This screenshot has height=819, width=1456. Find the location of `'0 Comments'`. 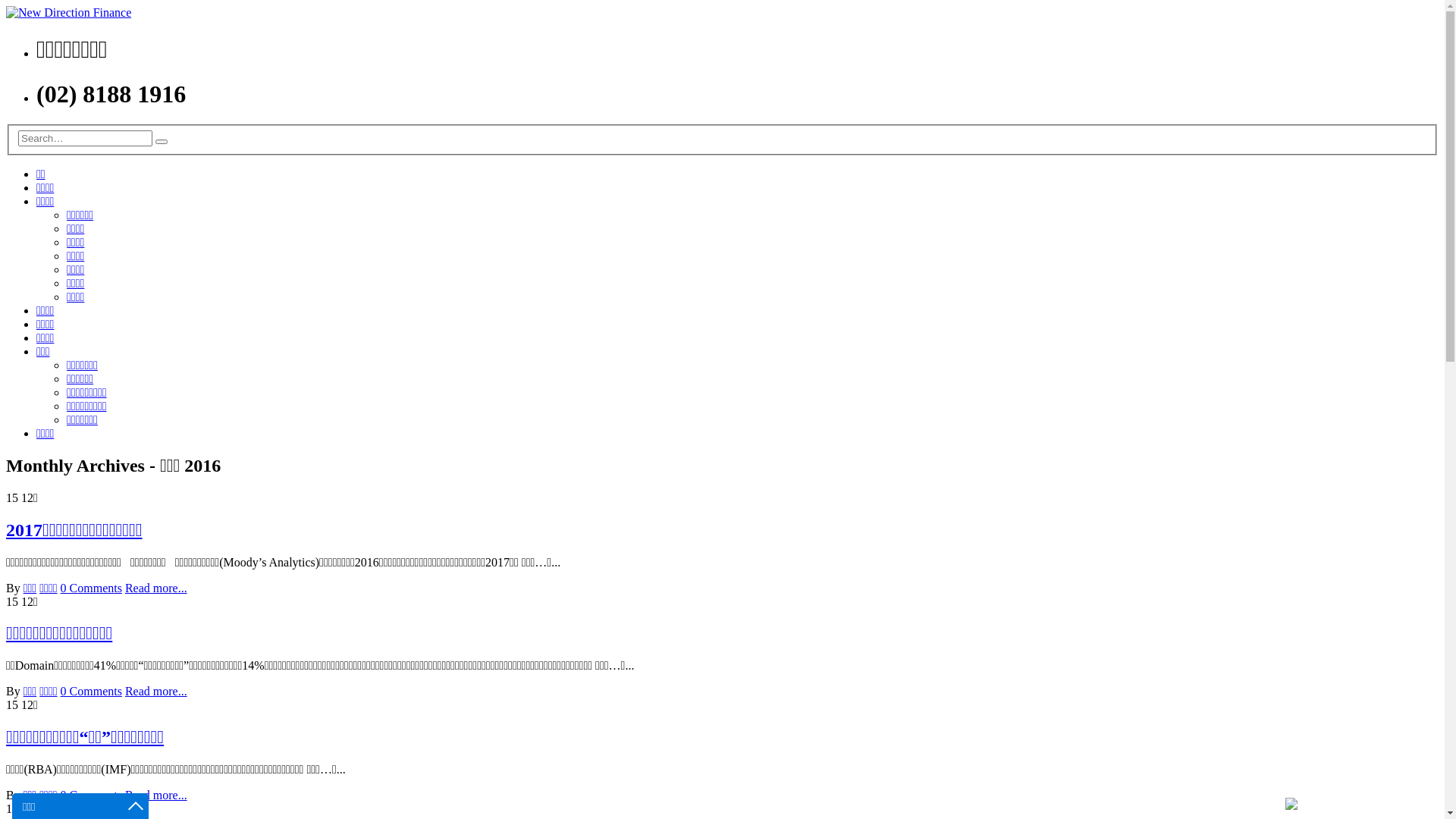

'0 Comments' is located at coordinates (90, 794).